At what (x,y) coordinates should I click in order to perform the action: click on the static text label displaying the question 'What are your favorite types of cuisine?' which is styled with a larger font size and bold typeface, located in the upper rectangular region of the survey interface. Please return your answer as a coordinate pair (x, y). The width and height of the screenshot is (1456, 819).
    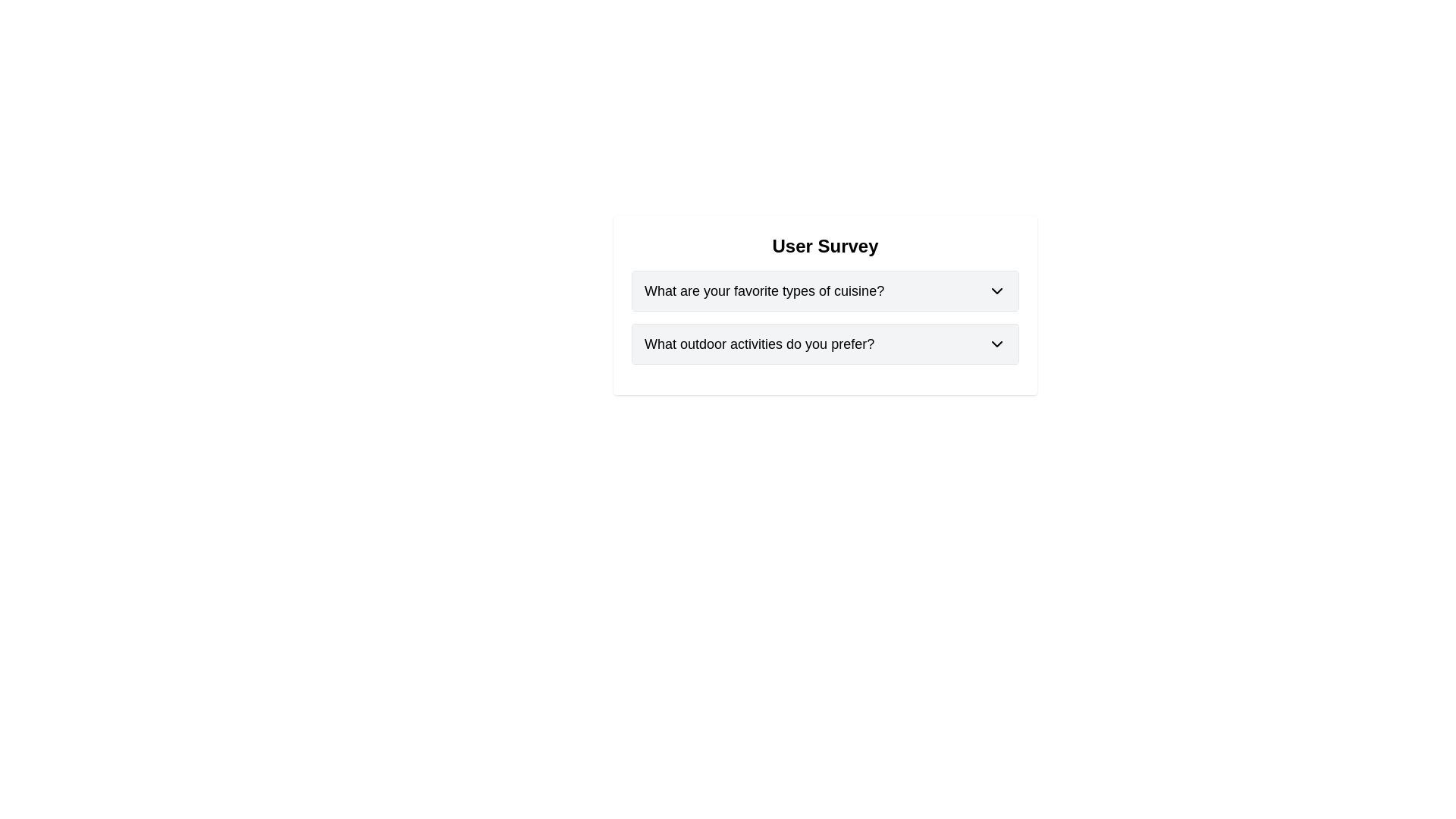
    Looking at the image, I should click on (764, 291).